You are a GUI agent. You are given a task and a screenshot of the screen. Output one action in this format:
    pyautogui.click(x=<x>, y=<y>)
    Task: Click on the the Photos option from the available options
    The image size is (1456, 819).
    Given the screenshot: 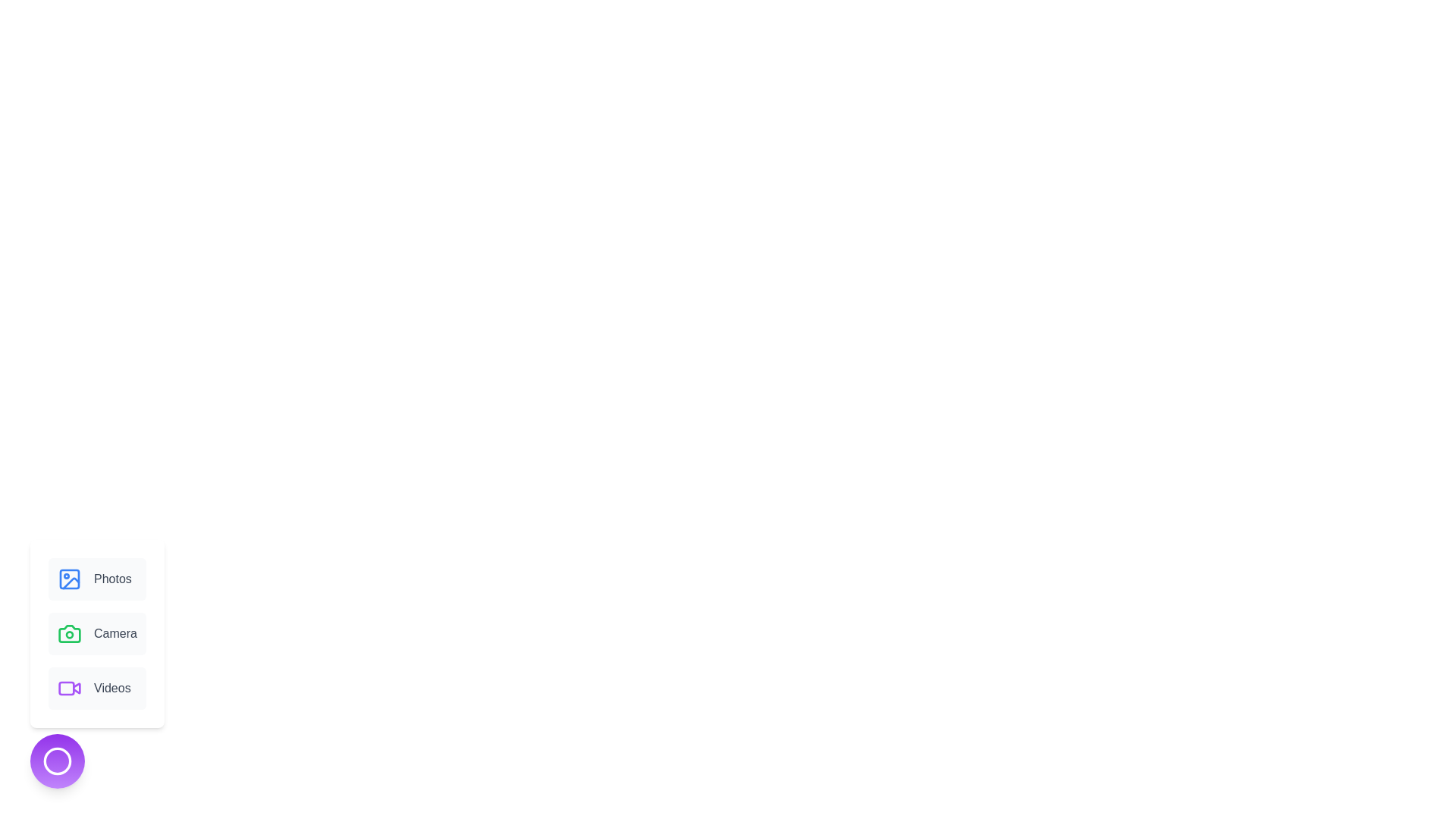 What is the action you would take?
    pyautogui.click(x=96, y=579)
    